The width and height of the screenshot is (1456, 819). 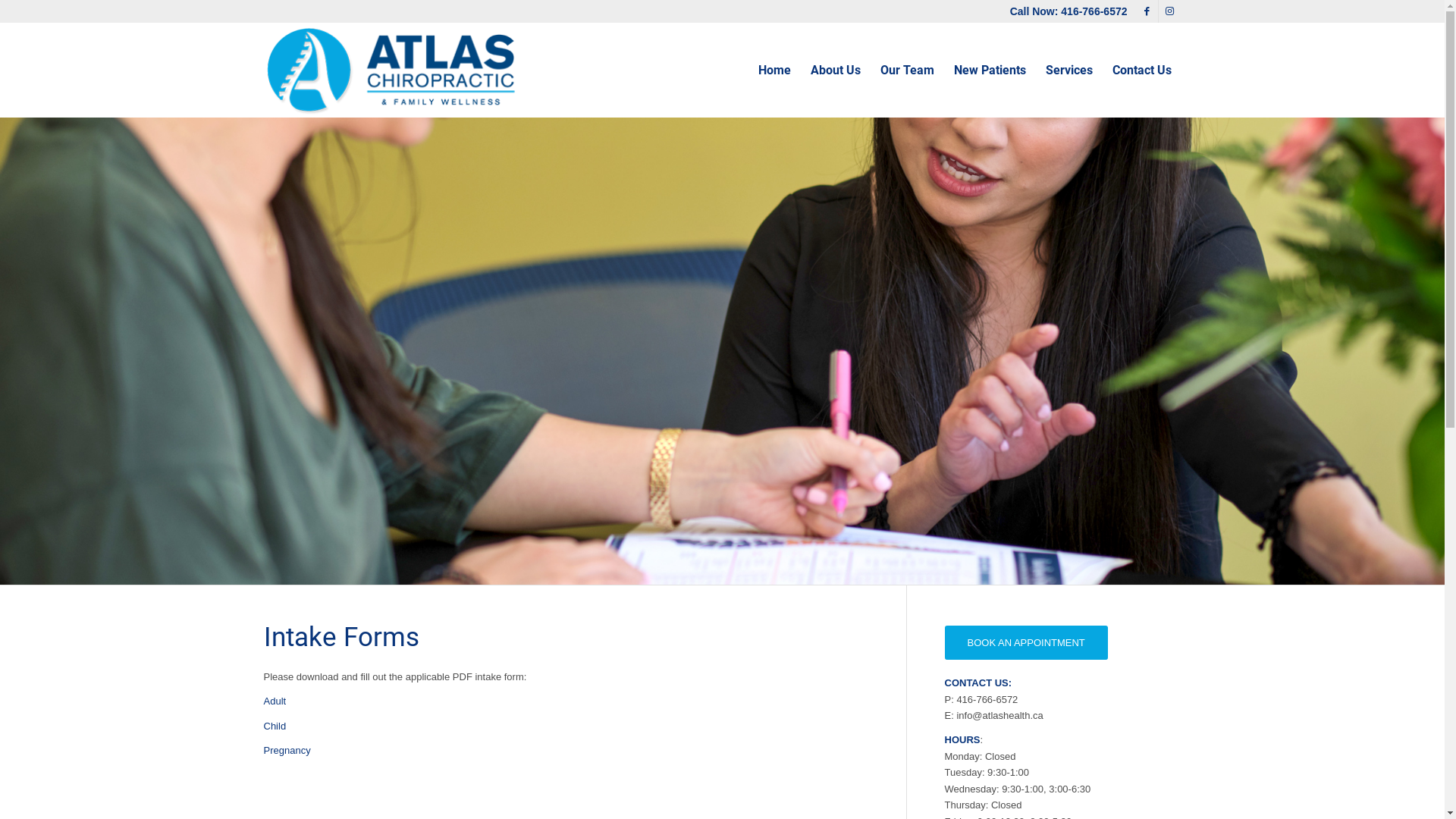 I want to click on 'Home', so click(x=773, y=70).